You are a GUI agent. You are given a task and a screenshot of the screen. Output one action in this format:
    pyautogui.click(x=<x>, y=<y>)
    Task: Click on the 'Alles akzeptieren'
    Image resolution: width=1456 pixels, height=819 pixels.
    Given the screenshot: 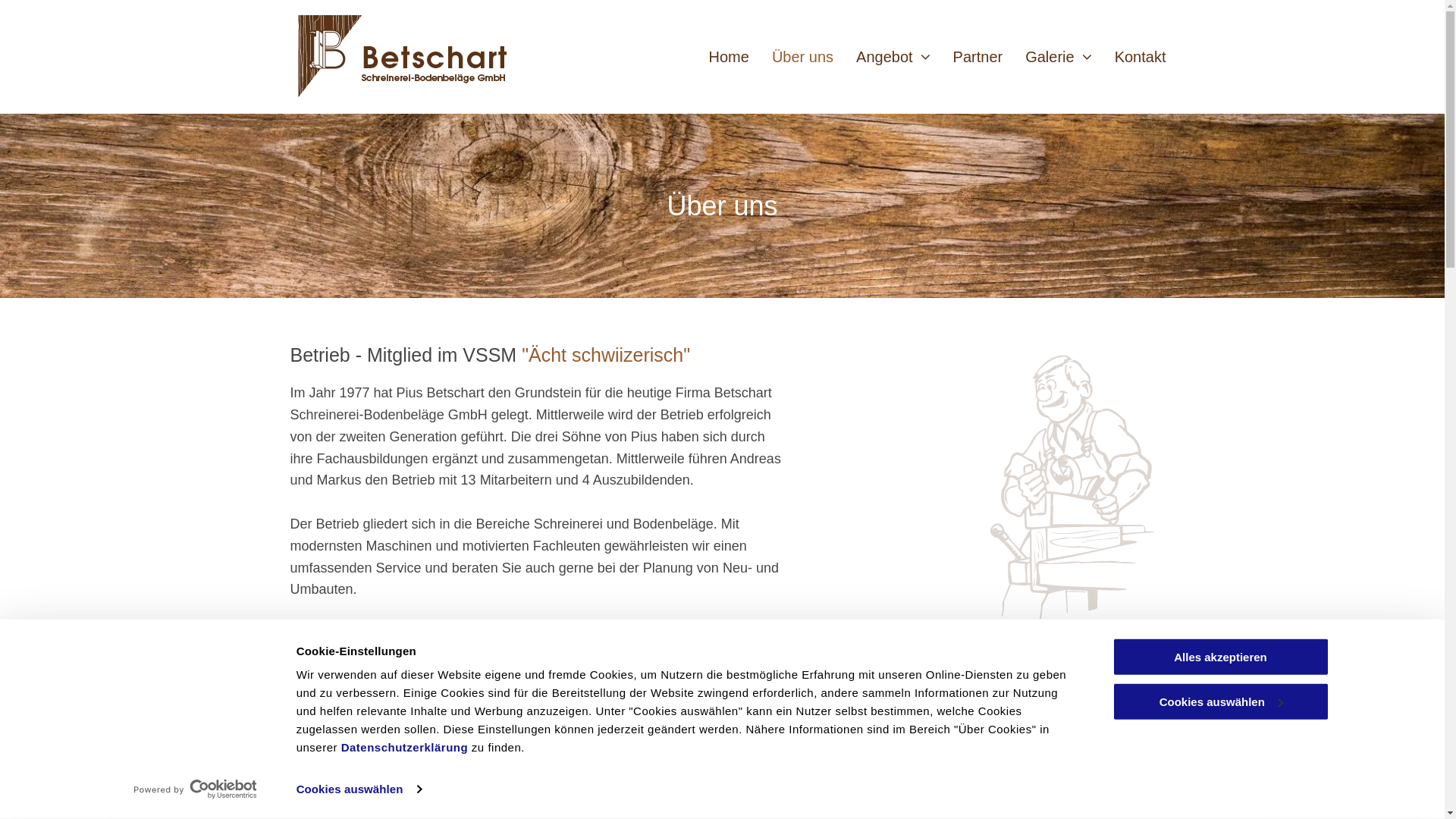 What is the action you would take?
    pyautogui.click(x=1111, y=656)
    